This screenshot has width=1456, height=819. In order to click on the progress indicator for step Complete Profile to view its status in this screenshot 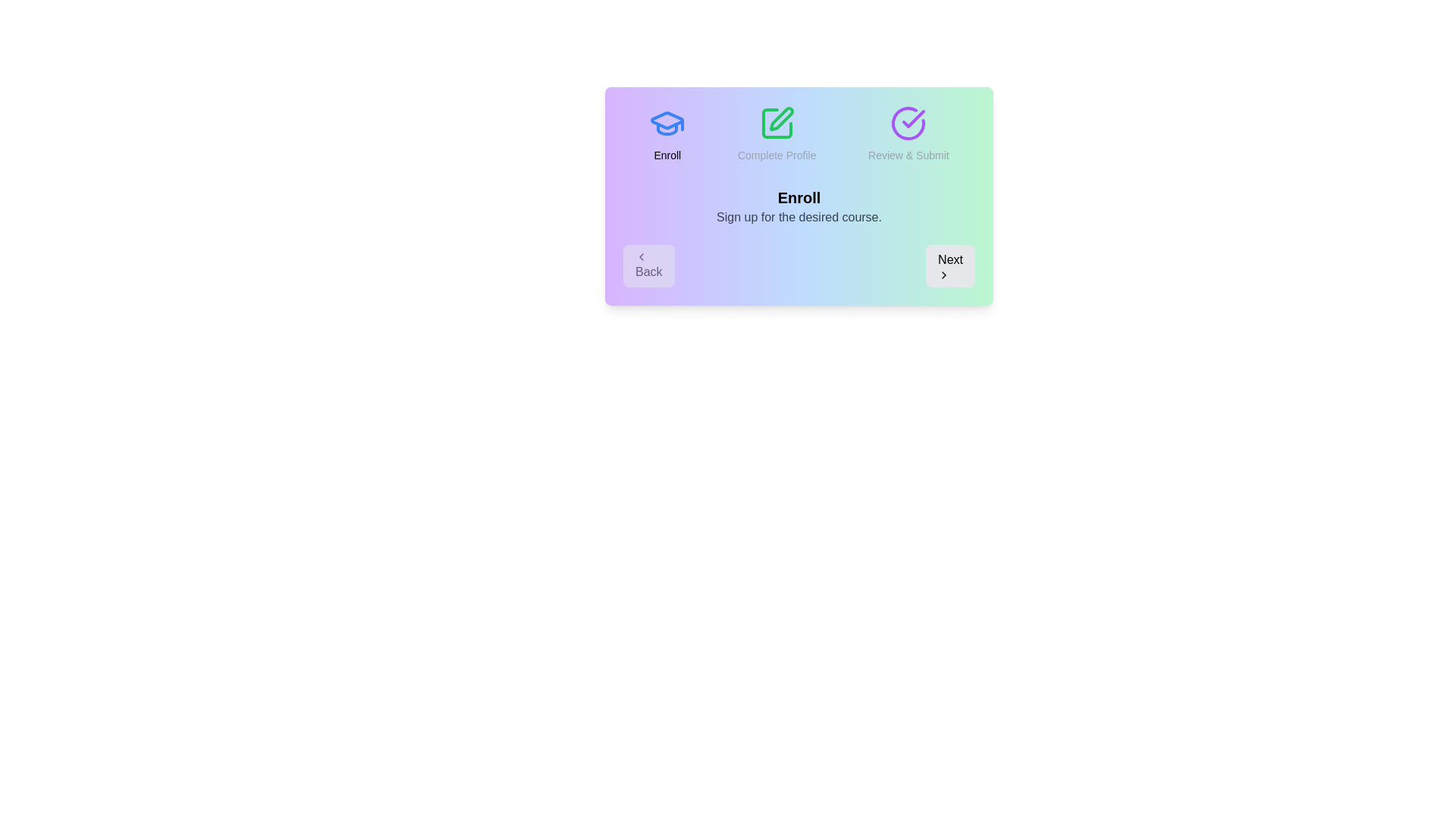, I will do `click(776, 133)`.